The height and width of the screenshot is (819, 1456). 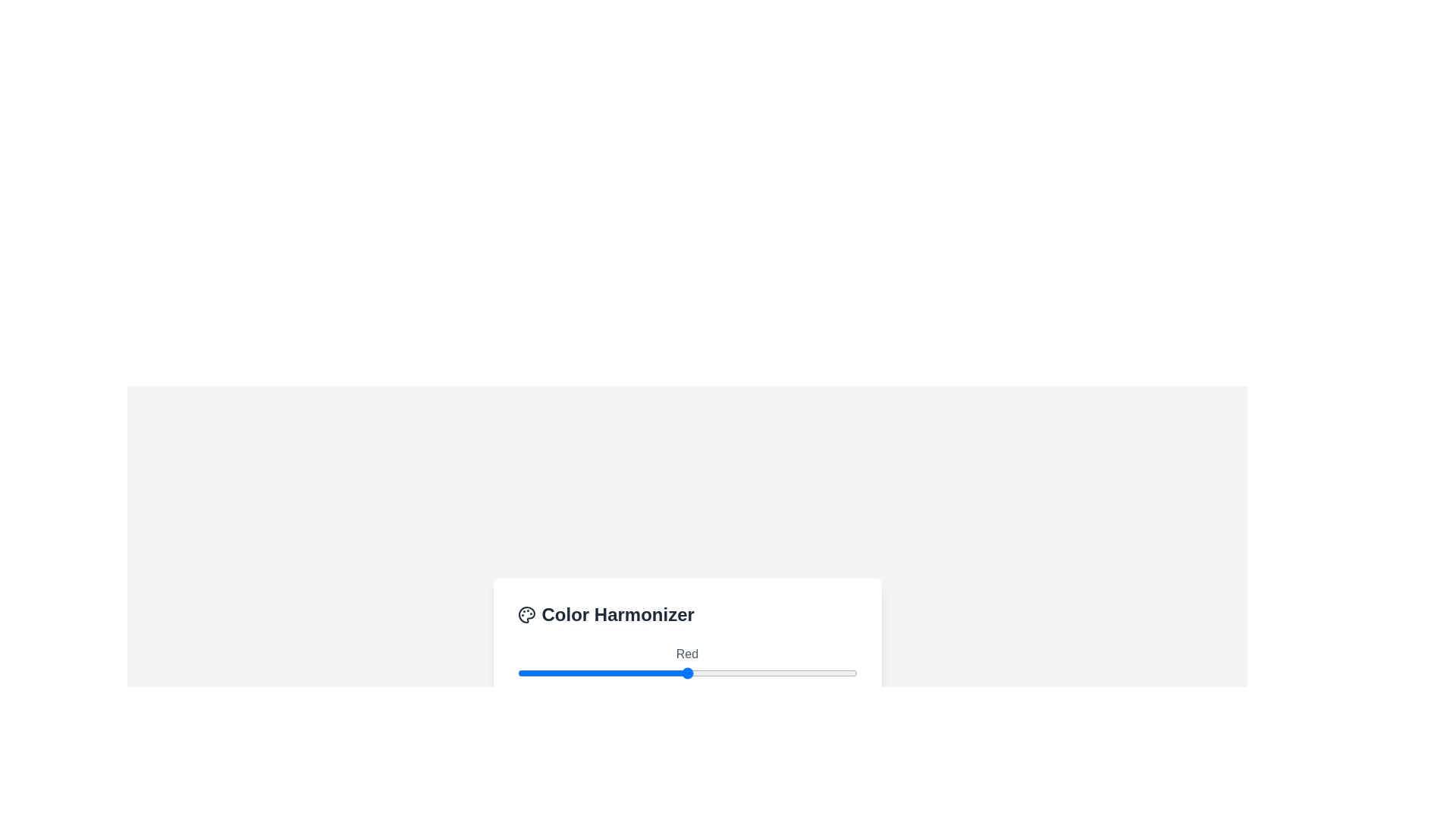 I want to click on the red slider to set its value to 127, so click(x=686, y=672).